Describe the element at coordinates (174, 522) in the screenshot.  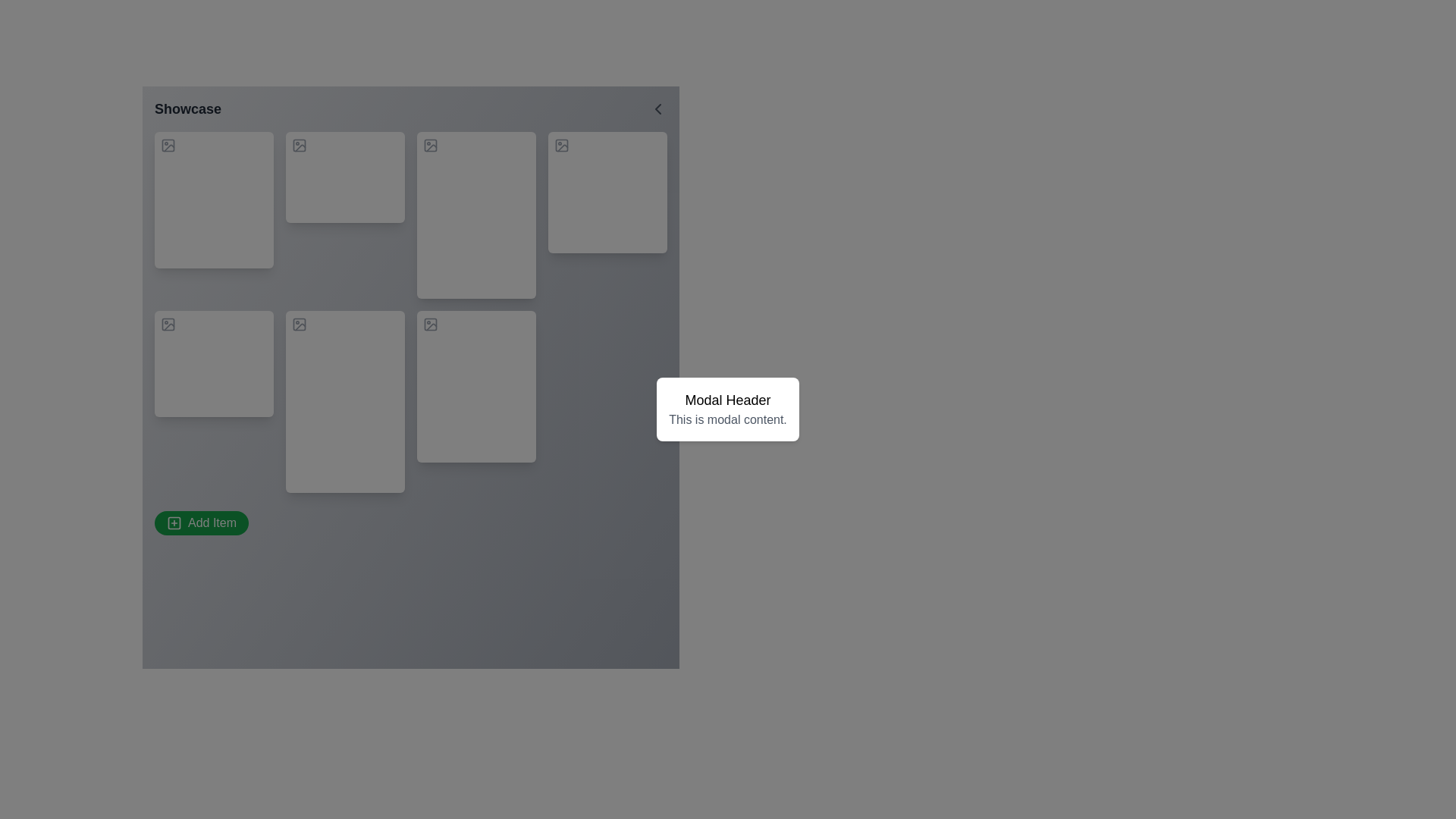
I see `the add item icon located within the green 'Add Item' button at the bottom-left corner of the interface` at that location.